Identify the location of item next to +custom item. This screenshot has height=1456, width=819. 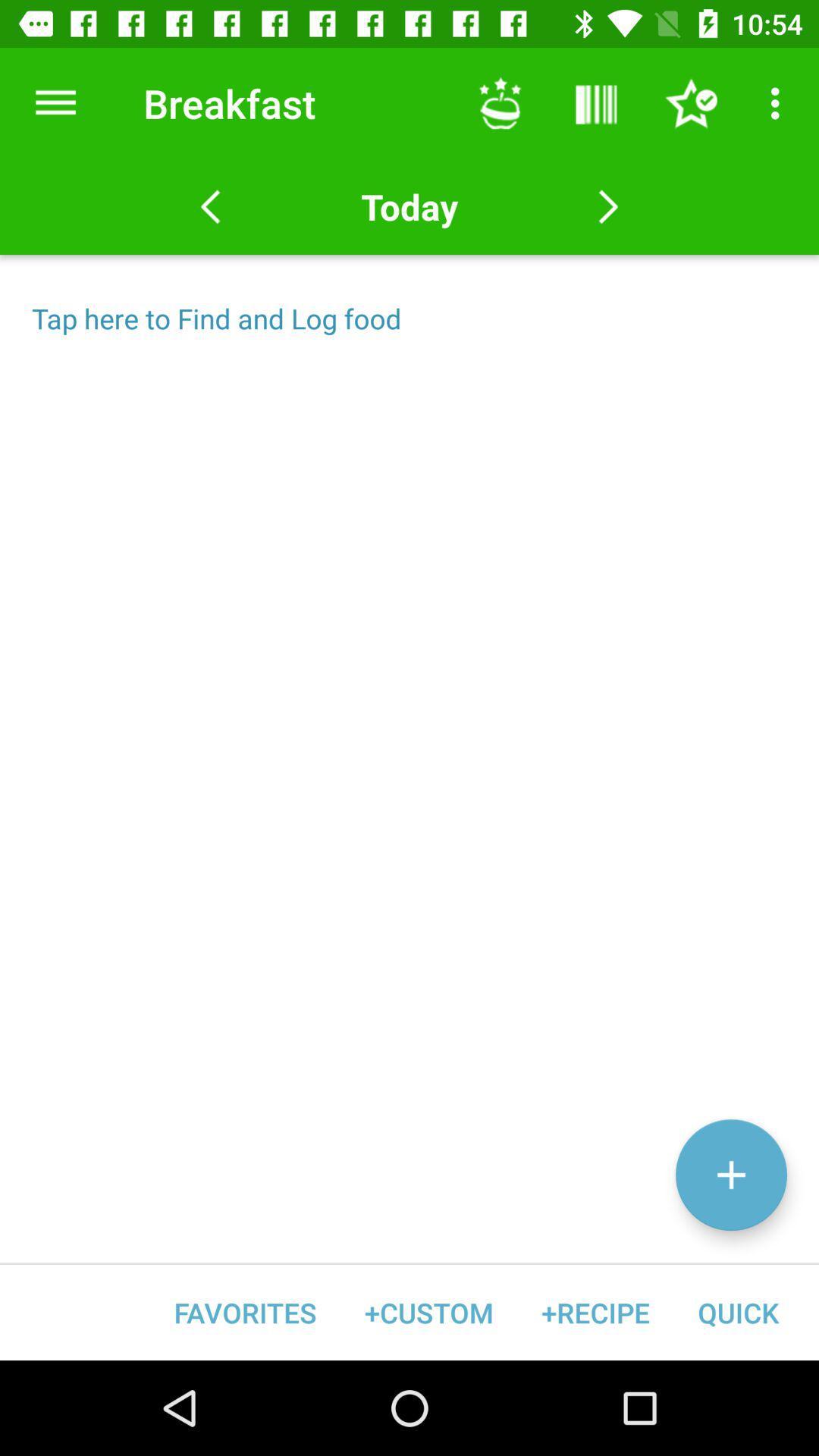
(595, 1312).